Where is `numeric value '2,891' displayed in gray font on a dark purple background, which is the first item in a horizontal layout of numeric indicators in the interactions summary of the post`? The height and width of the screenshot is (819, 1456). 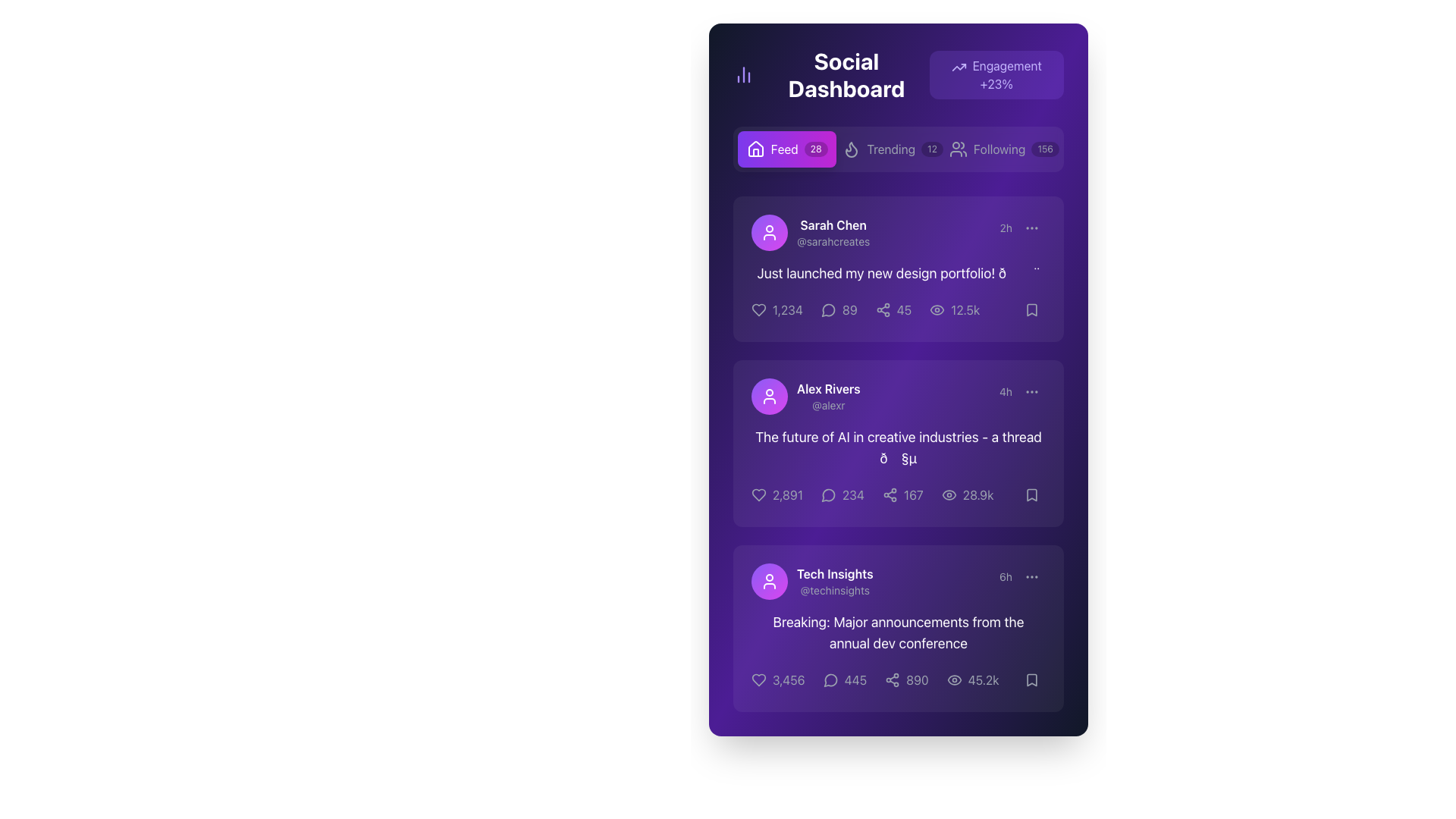 numeric value '2,891' displayed in gray font on a dark purple background, which is the first item in a horizontal layout of numeric indicators in the interactions summary of the post is located at coordinates (787, 494).